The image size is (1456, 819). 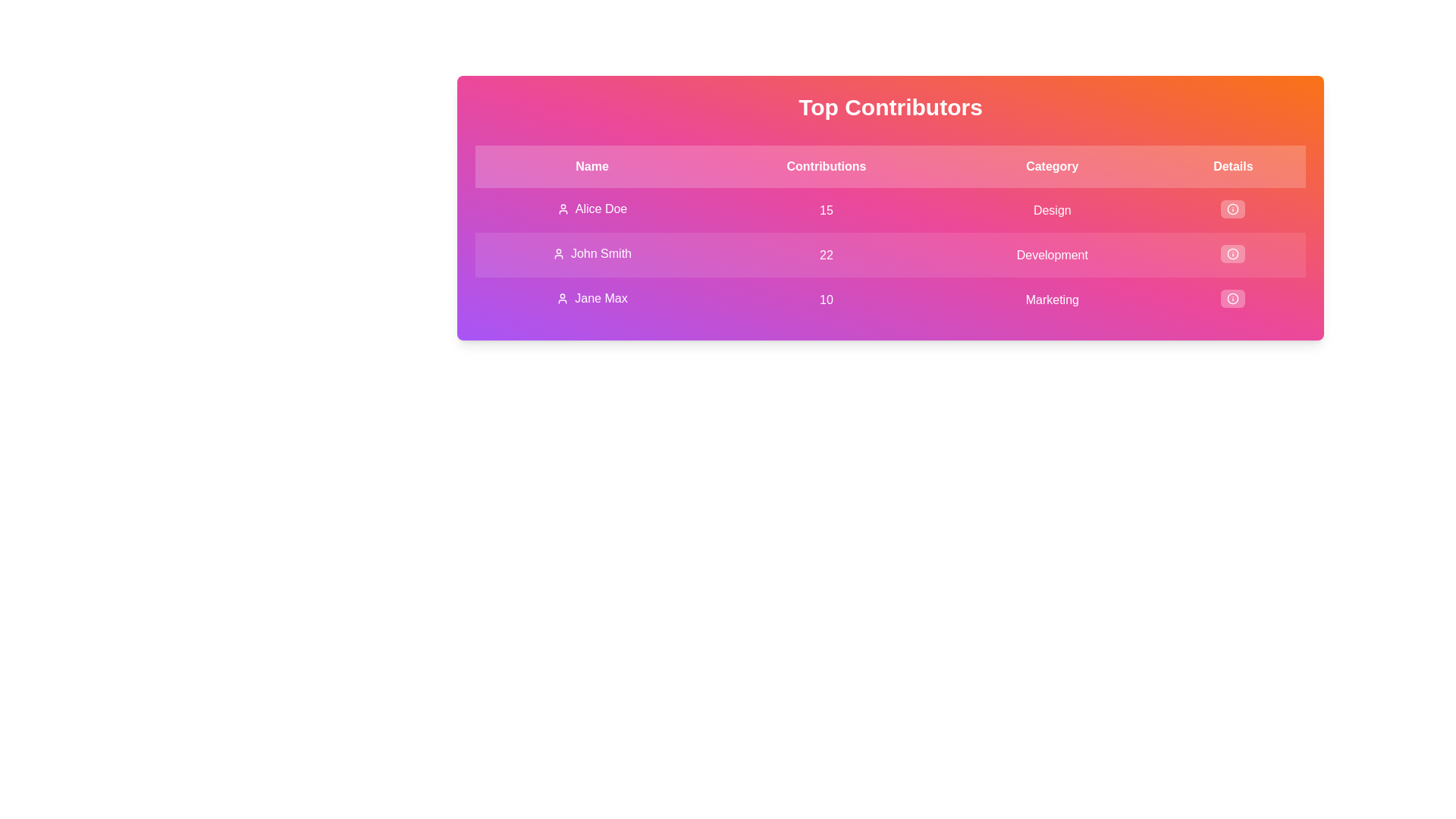 I want to click on the design of the user silhouette icon located to the left of the text 'Alice Doe' in the contributors' list, so click(x=562, y=209).